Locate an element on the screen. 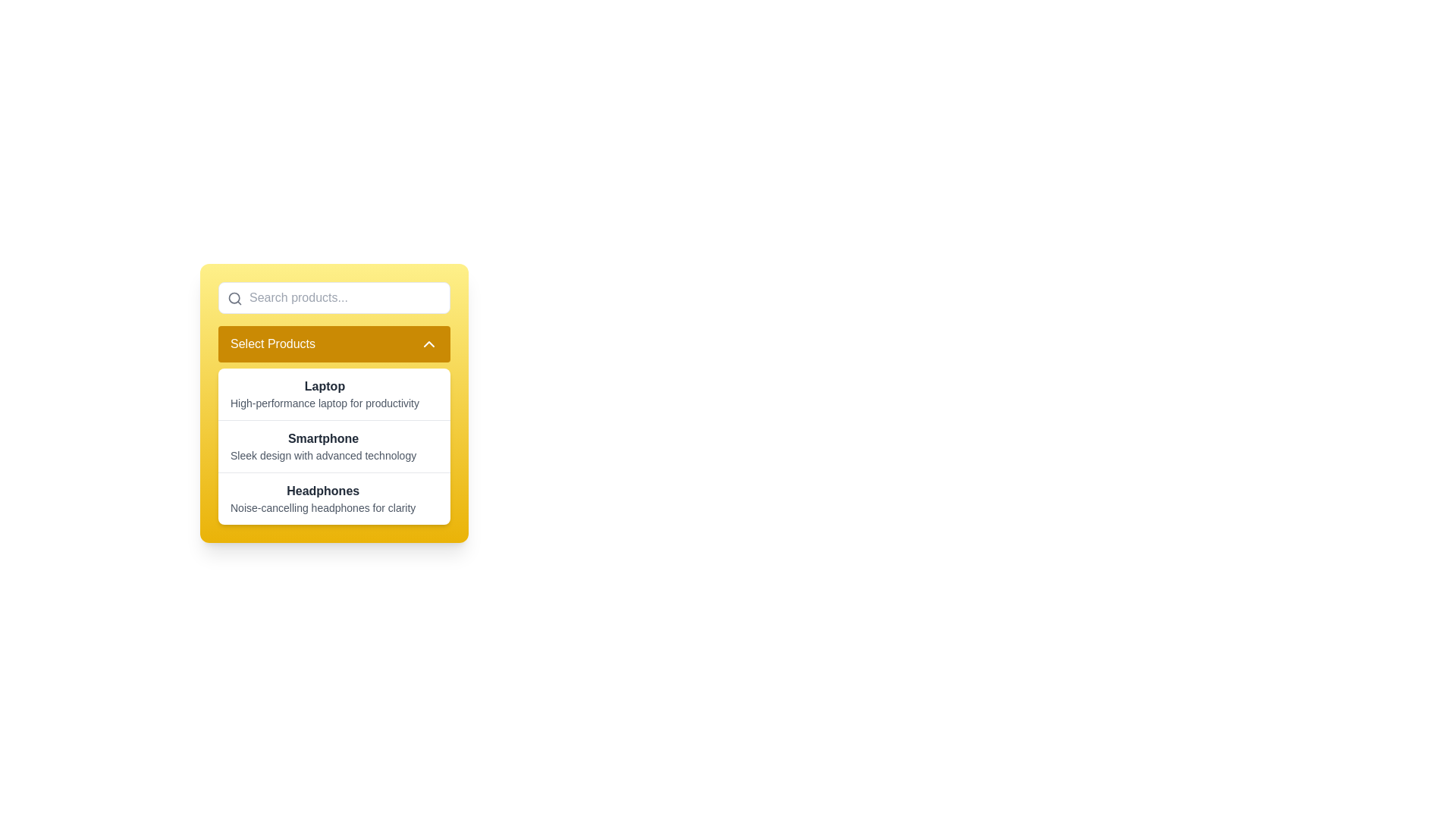 Image resolution: width=1456 pixels, height=819 pixels. details associated with the 'Laptop' category displayed in the first item of the list below the header 'Select Products' is located at coordinates (324, 394).